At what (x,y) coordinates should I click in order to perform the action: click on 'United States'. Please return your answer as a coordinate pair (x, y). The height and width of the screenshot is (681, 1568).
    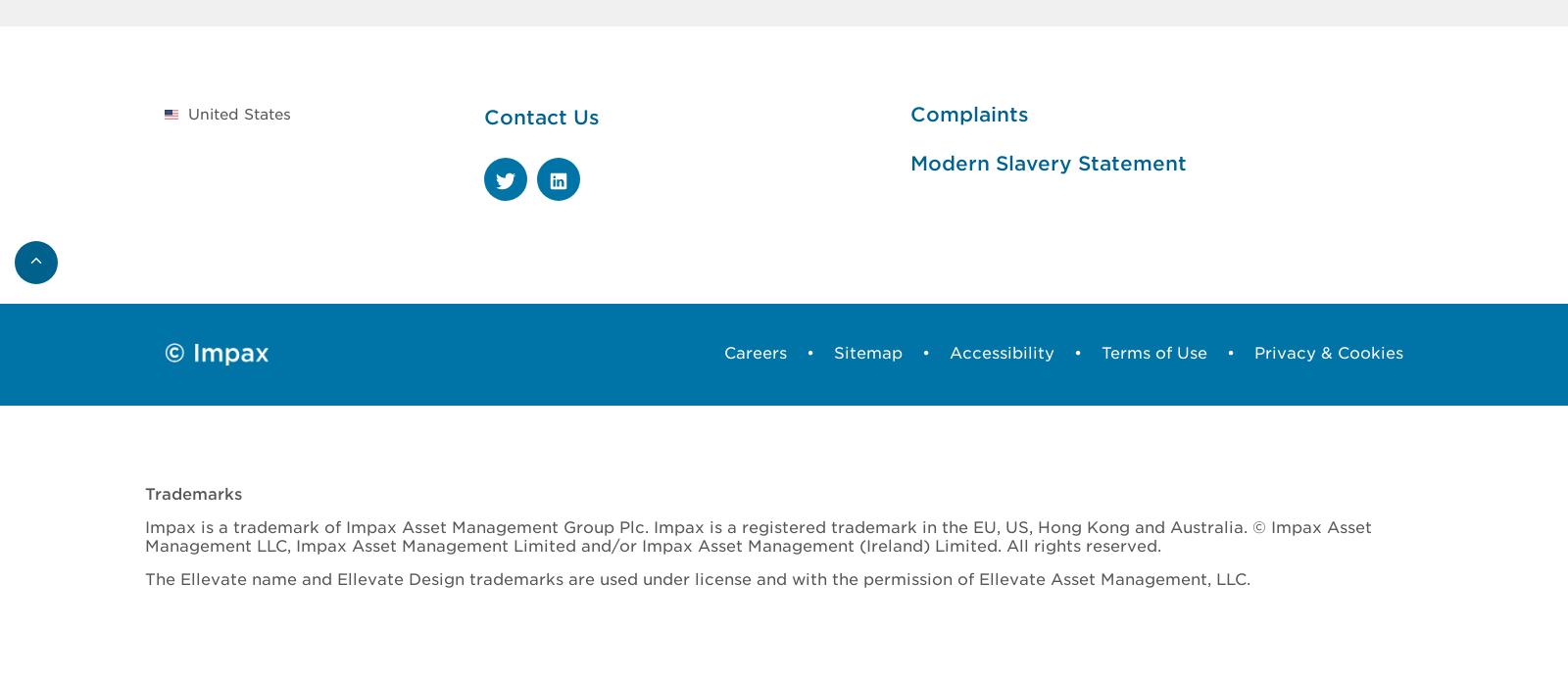
    Looking at the image, I should click on (239, 112).